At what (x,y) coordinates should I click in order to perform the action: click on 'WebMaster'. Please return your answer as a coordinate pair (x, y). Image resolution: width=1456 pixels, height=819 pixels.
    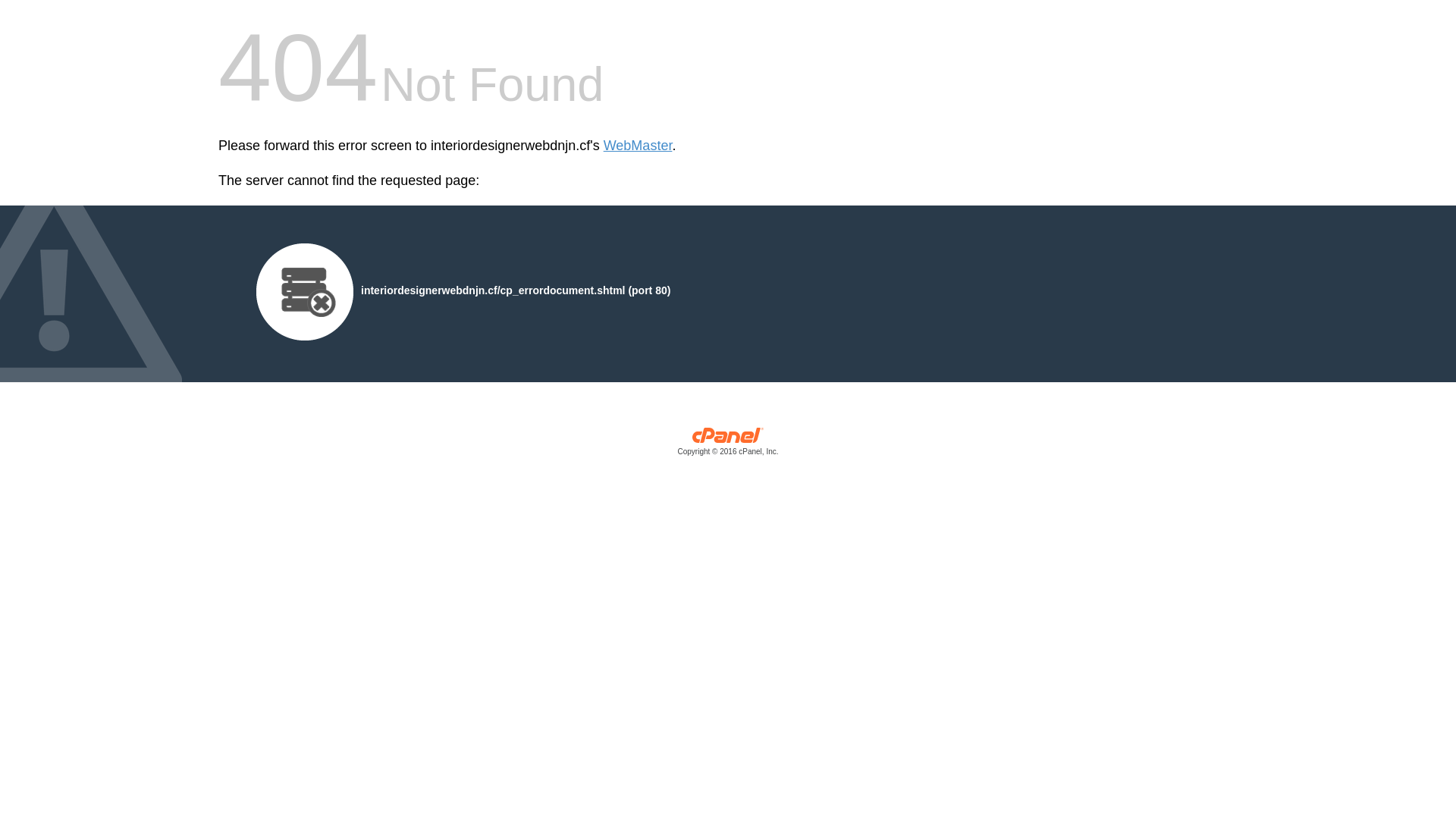
    Looking at the image, I should click on (638, 146).